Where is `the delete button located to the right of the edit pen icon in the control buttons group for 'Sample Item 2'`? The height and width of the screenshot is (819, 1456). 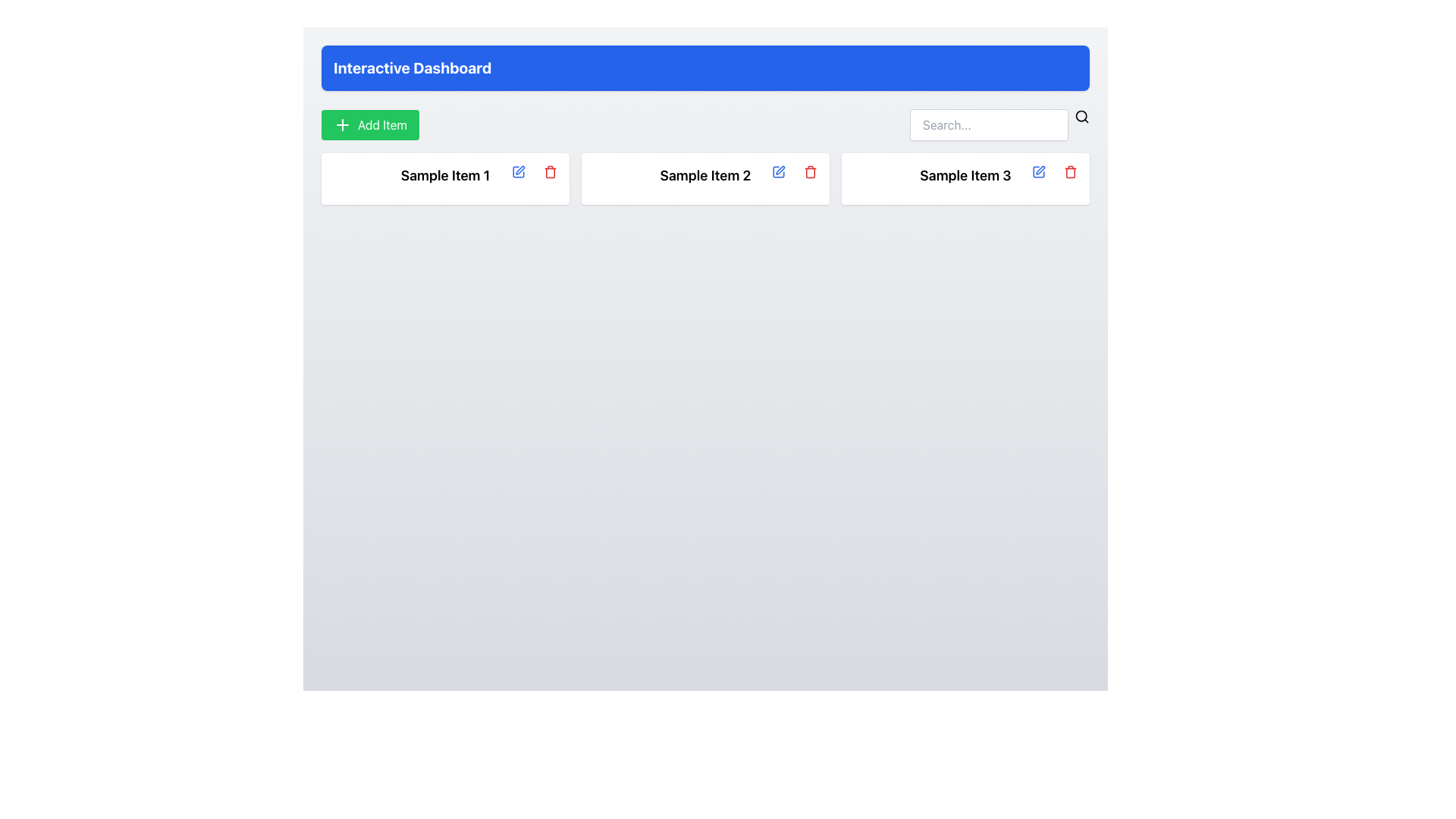
the delete button located to the right of the edit pen icon in the control buttons group for 'Sample Item 2' is located at coordinates (810, 171).